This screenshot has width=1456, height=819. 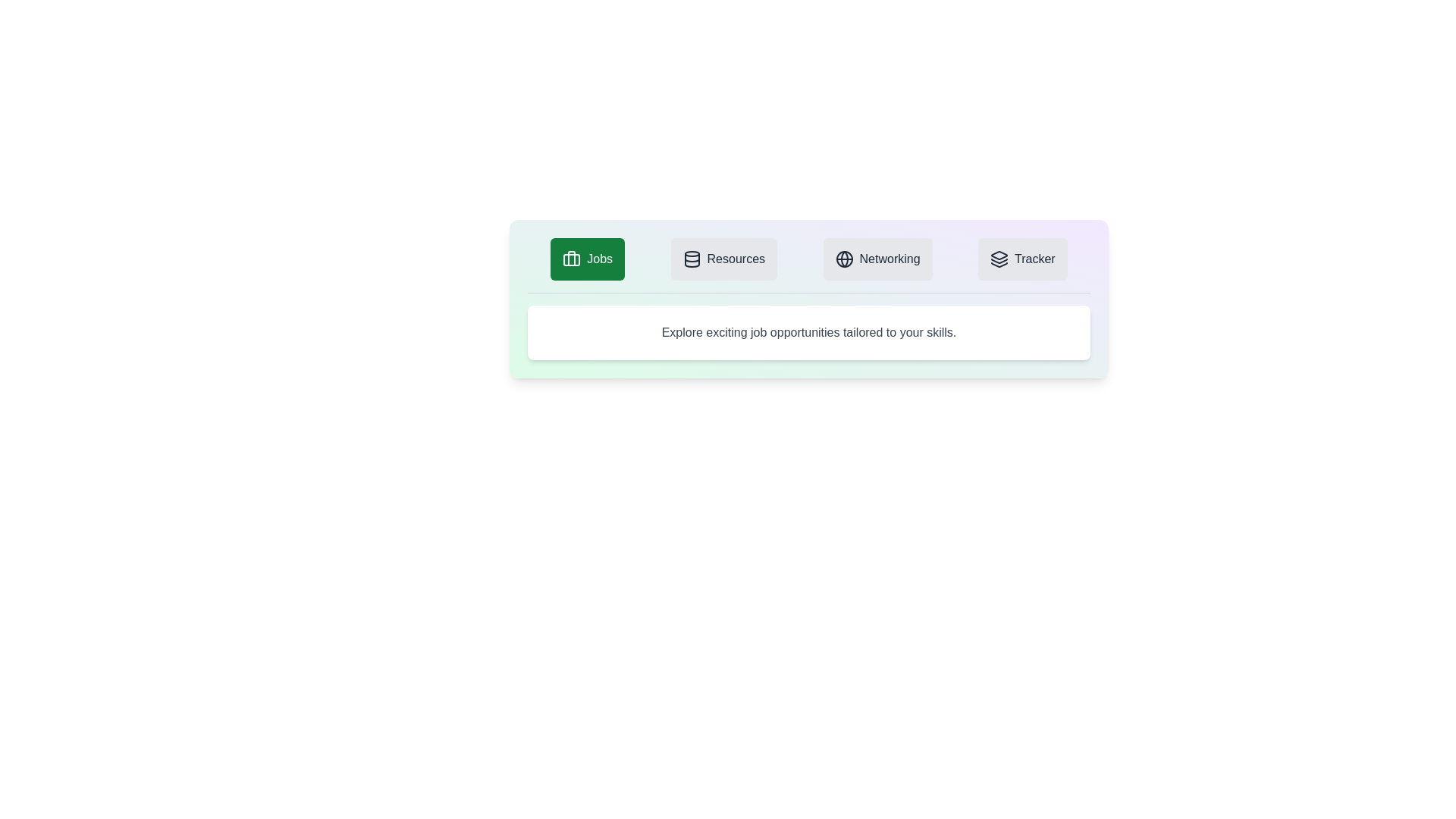 I want to click on the text content displayed under the active tab to interact with it, so click(x=808, y=332).